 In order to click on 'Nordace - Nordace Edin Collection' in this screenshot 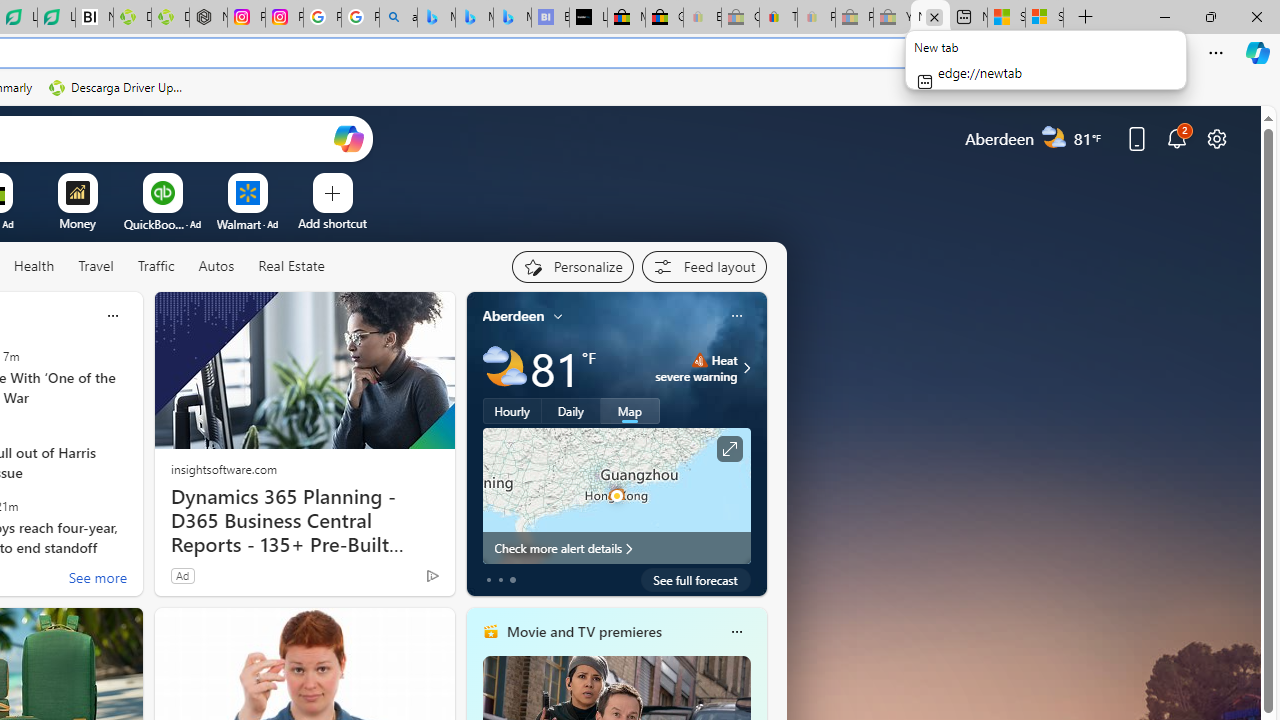, I will do `click(208, 17)`.